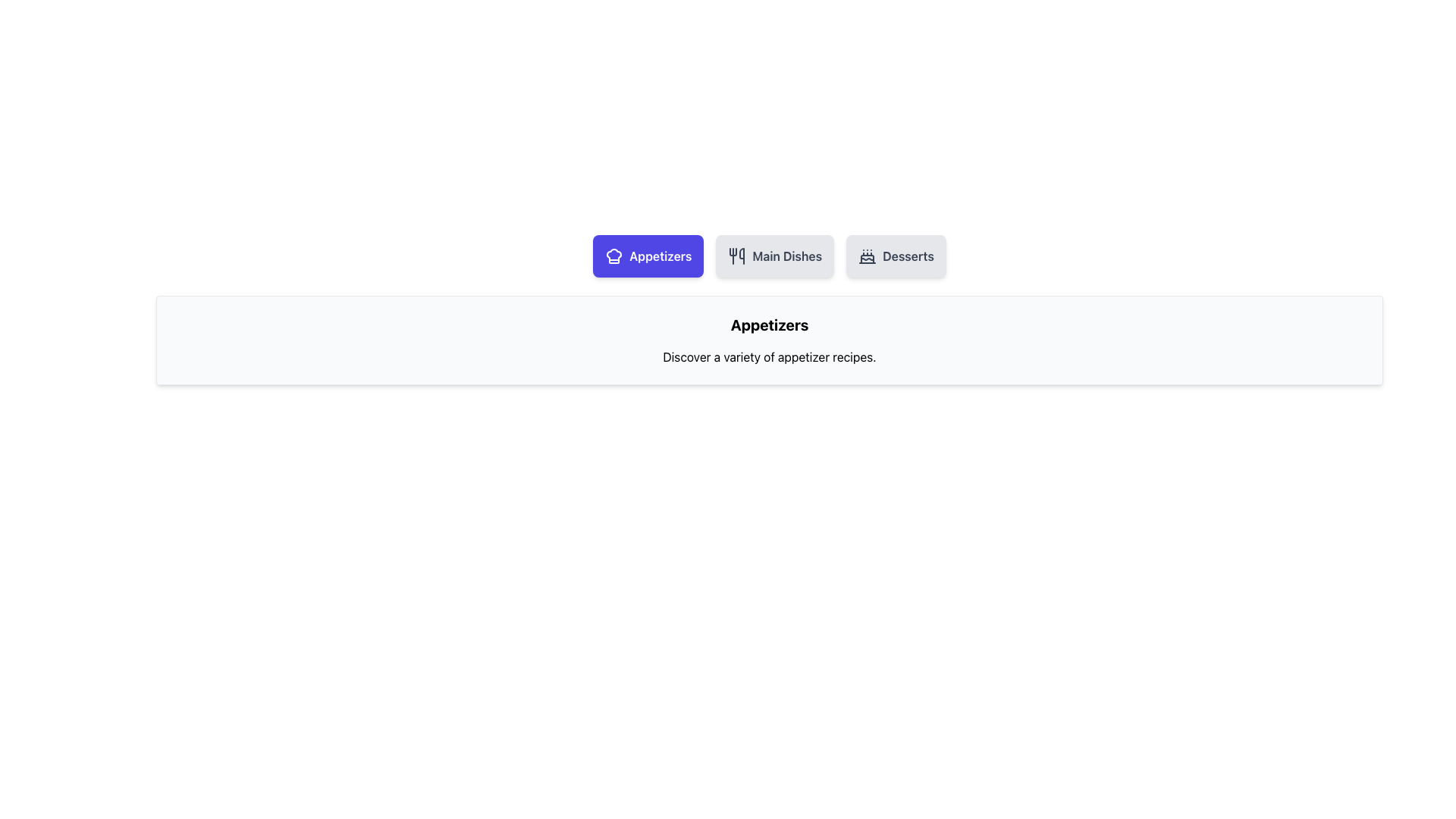 This screenshot has height=819, width=1456. I want to click on the 'Appetizers' text header, which is styled in bold, large font and centrally aligned at the top of the content area to possibly highlight or show additional information, so click(769, 324).